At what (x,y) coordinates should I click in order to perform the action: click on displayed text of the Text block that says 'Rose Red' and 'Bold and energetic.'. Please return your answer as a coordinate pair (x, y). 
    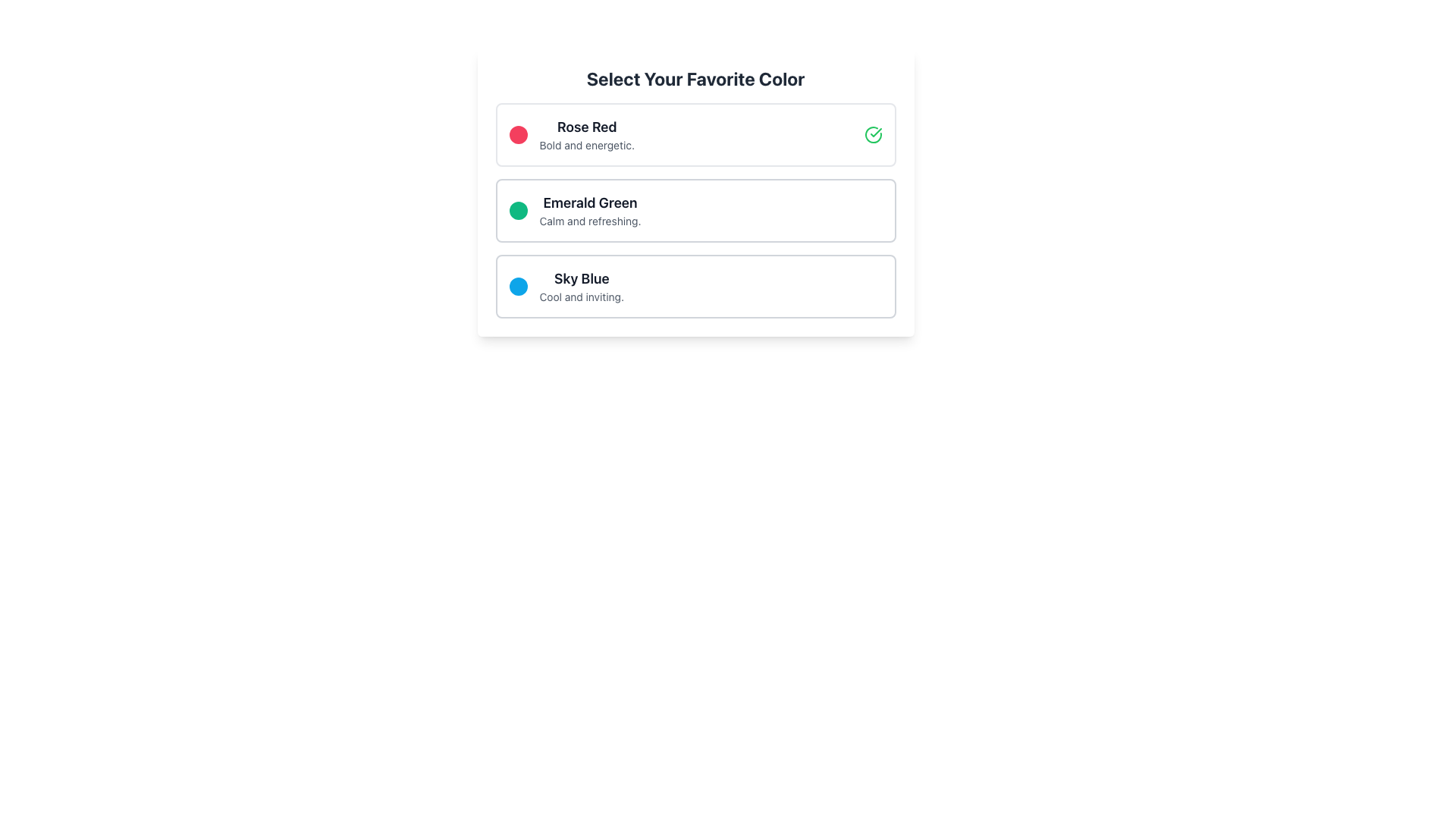
    Looking at the image, I should click on (586, 133).